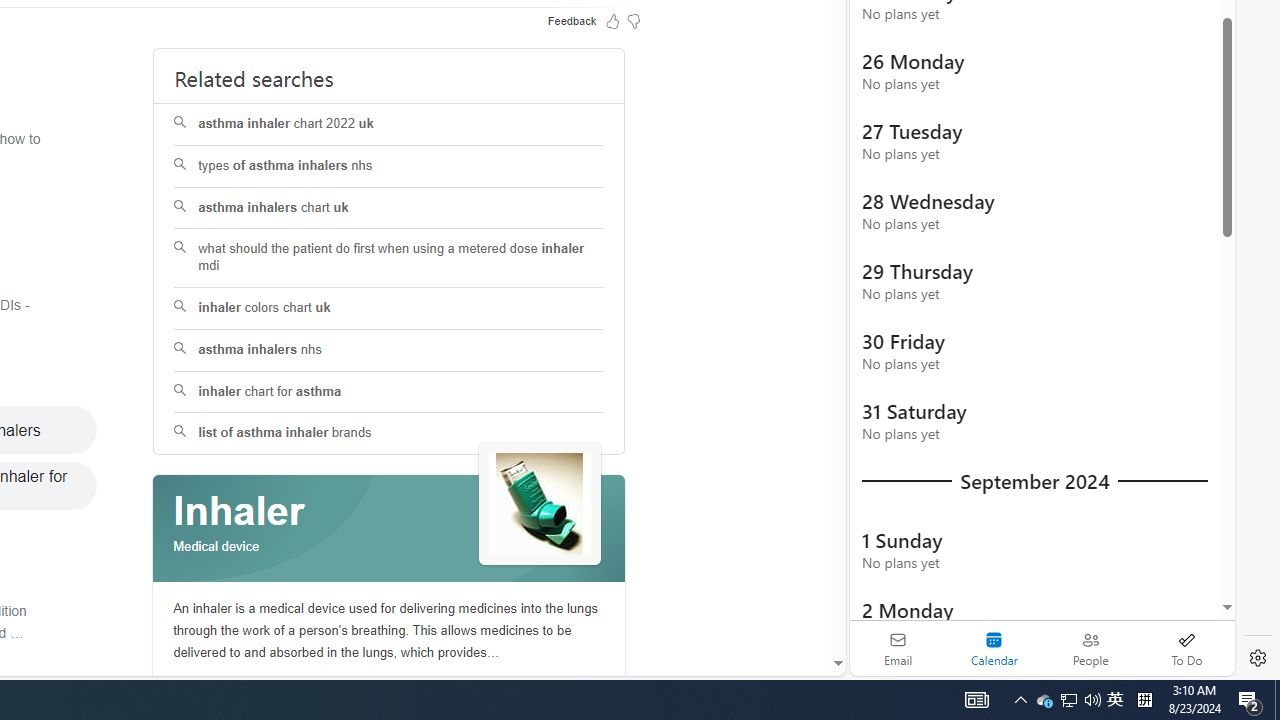  I want to click on 'asthma inhalers chart uk', so click(389, 208).